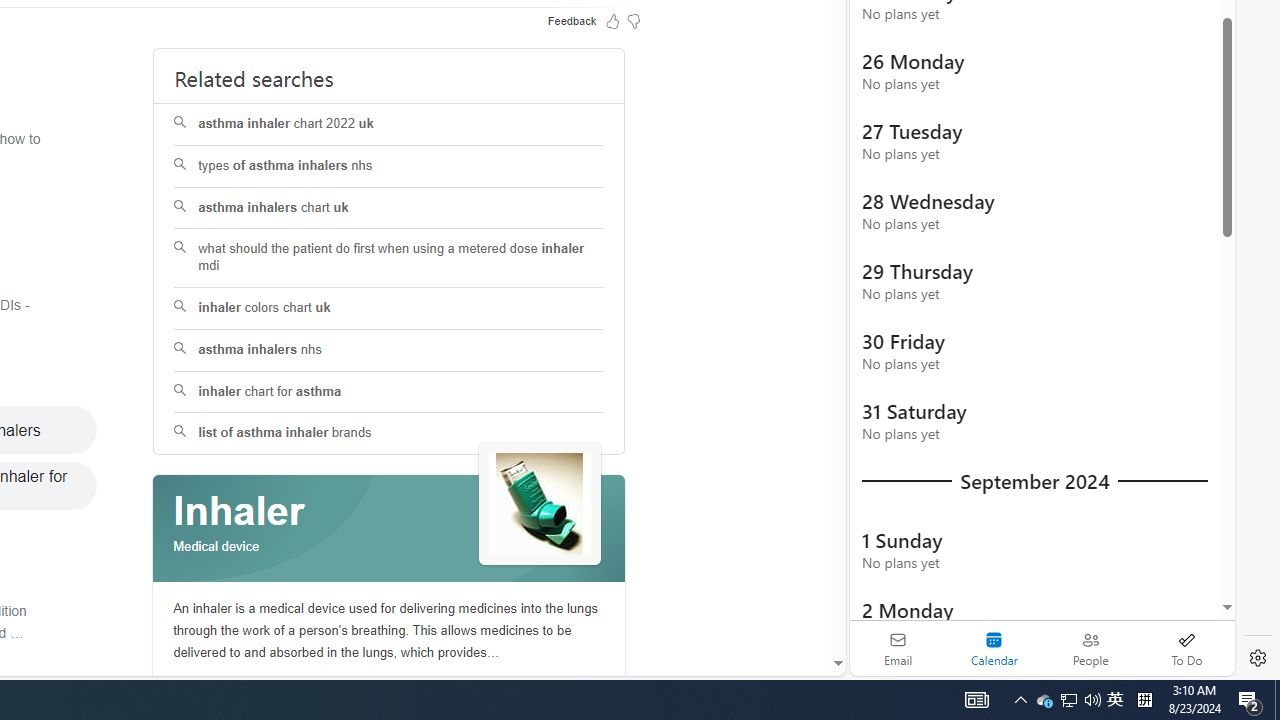  I want to click on 'asthma inhalers chart uk', so click(389, 208).